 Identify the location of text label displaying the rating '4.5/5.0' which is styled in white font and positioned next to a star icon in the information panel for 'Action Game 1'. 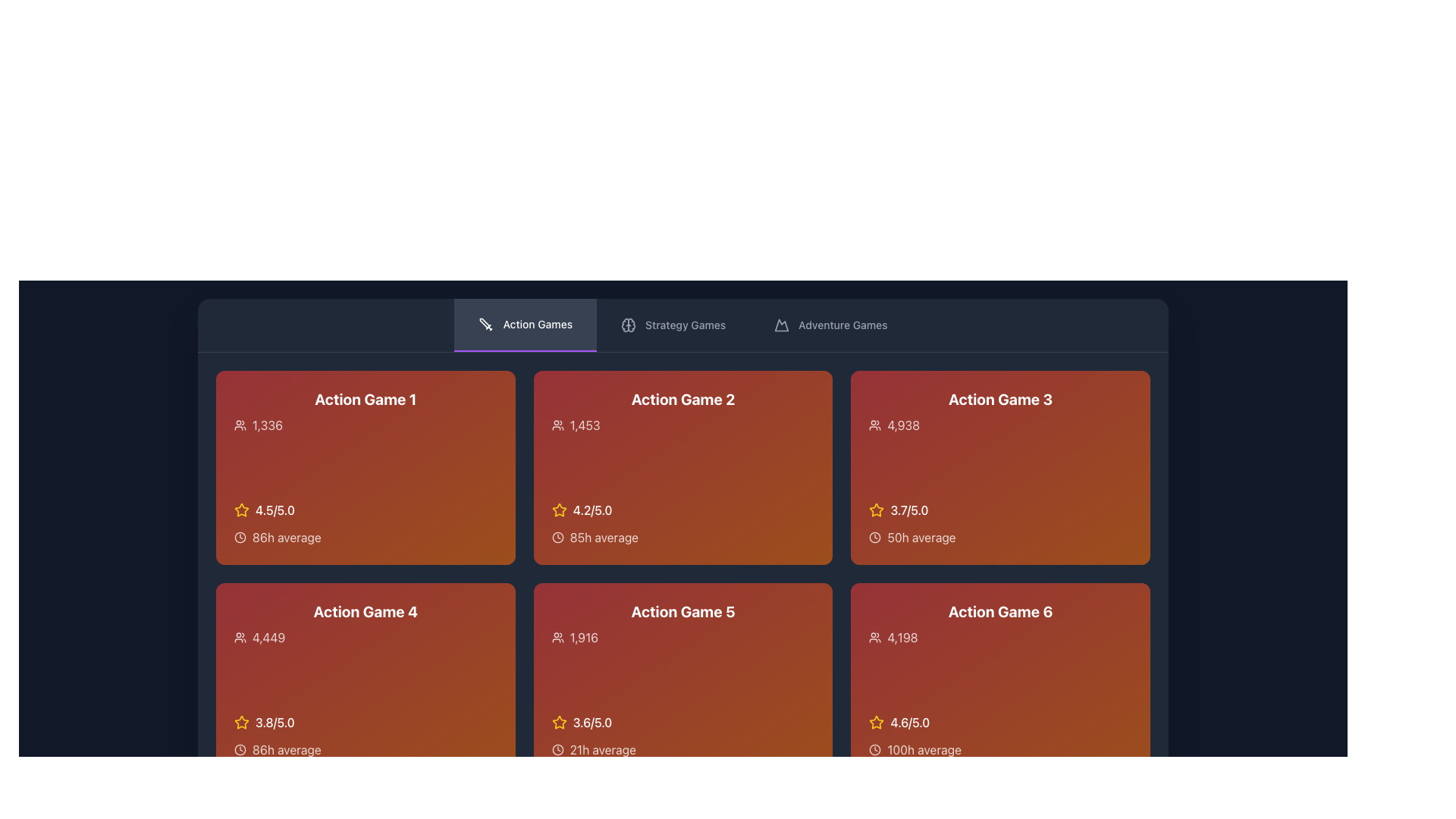
(275, 510).